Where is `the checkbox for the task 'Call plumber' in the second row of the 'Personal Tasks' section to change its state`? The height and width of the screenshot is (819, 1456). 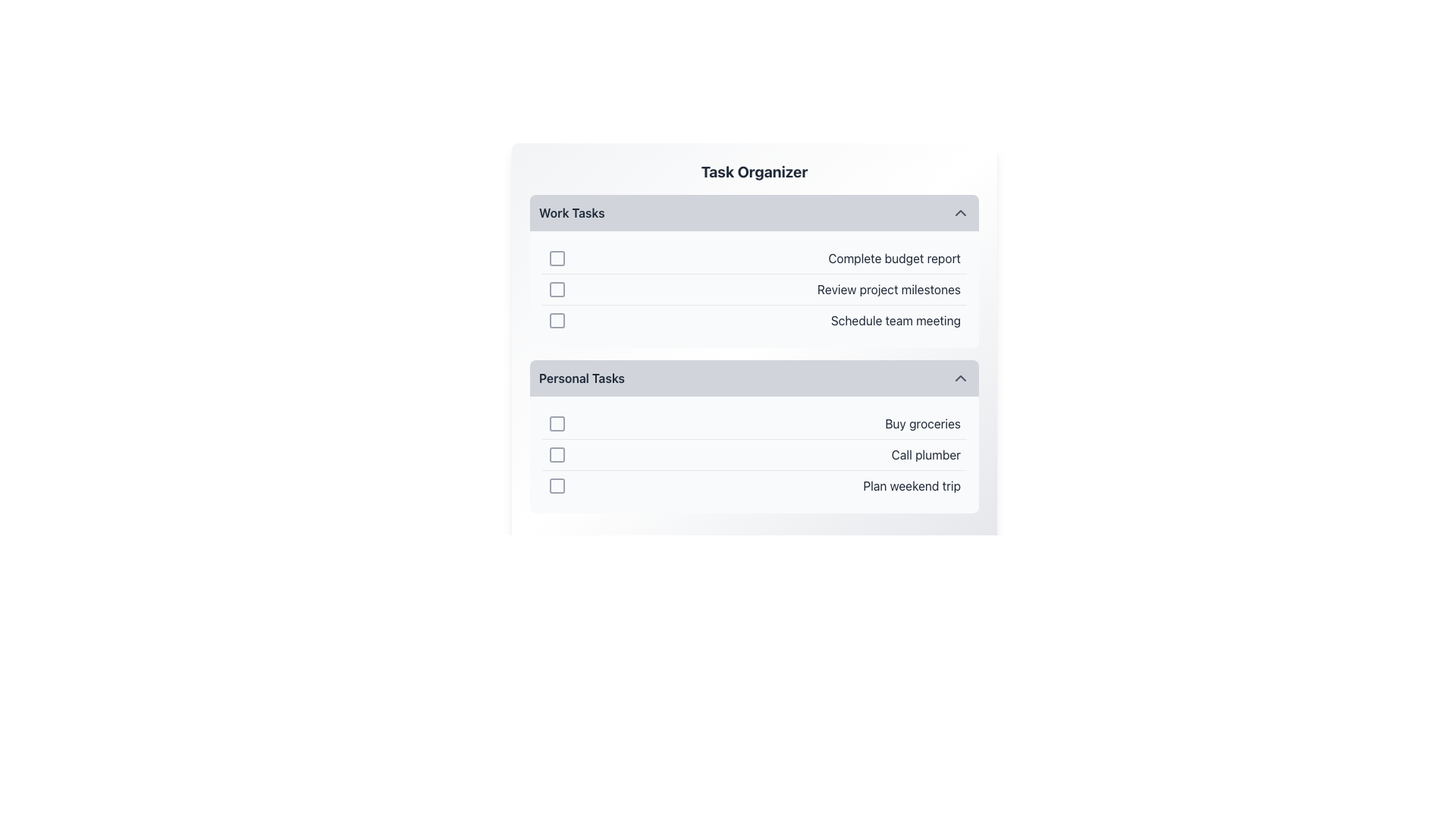
the checkbox for the task 'Call plumber' in the second row of the 'Personal Tasks' section to change its state is located at coordinates (556, 454).